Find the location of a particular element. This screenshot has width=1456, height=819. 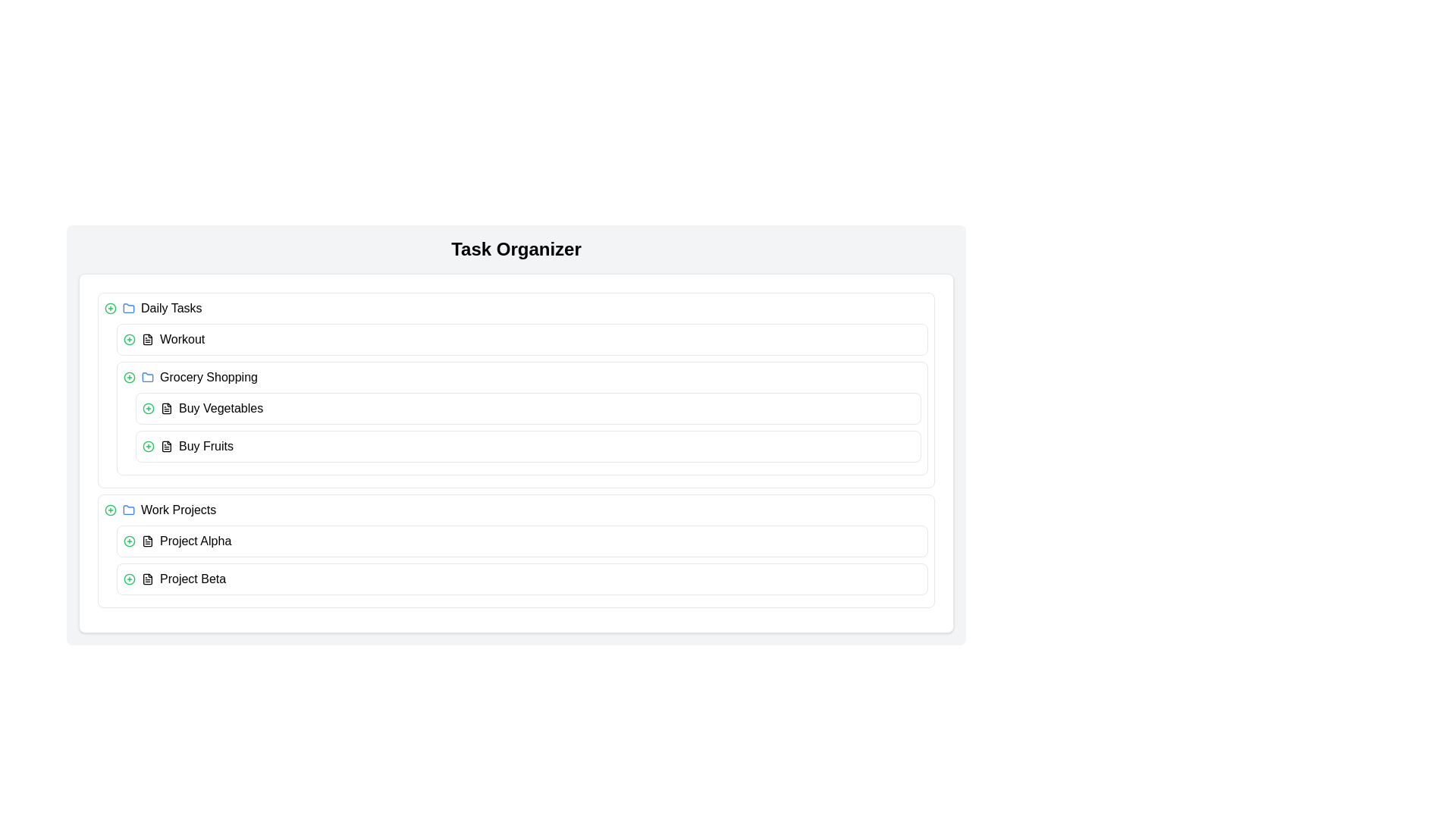

the icon representing a blank paper-like document format located beside the text 'Buy Vegetables' in the 'Grocery Shopping' section under 'Daily Tasks' is located at coordinates (167, 408).